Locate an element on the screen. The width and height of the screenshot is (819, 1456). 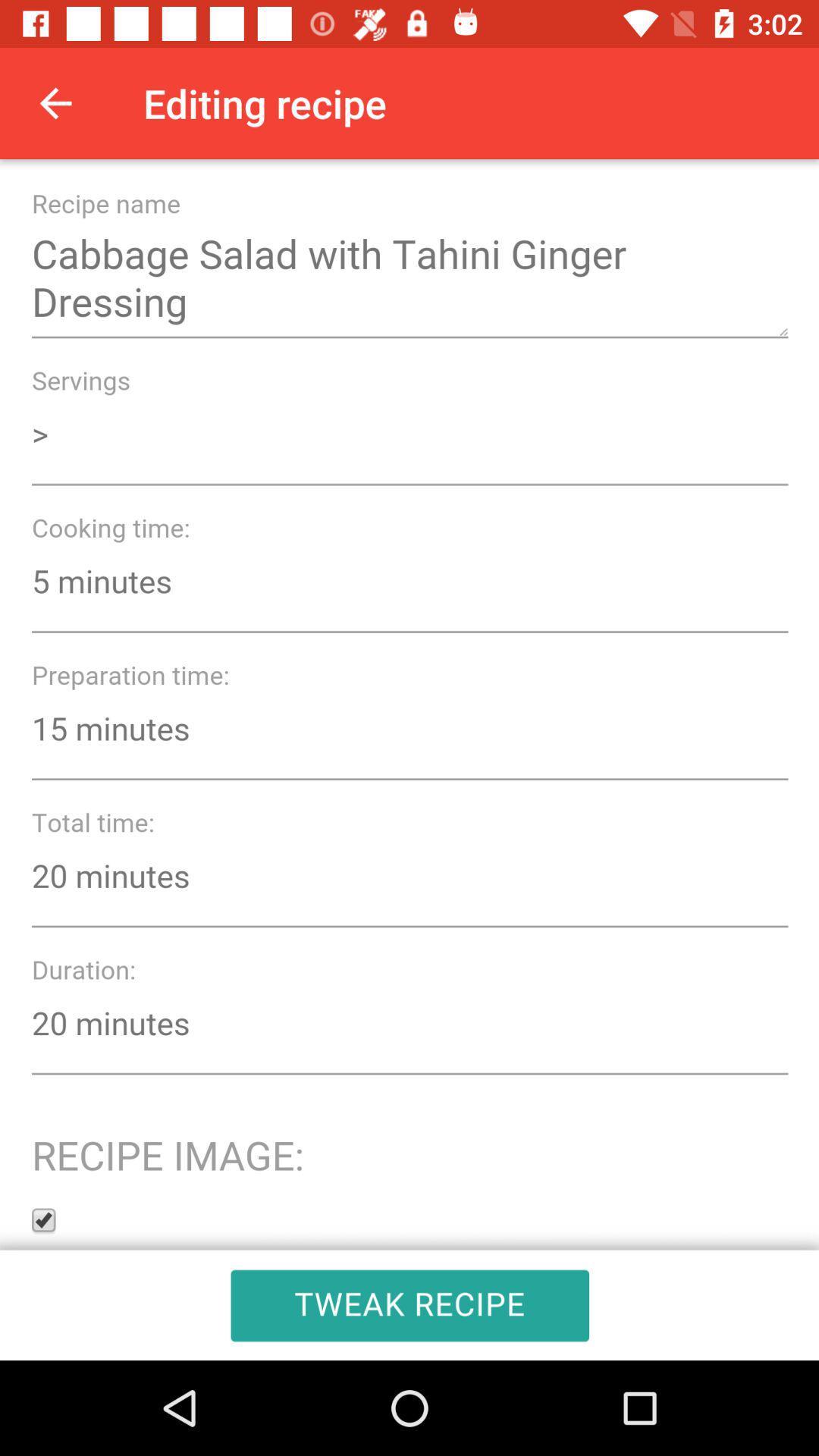
screen botton is located at coordinates (409, 760).